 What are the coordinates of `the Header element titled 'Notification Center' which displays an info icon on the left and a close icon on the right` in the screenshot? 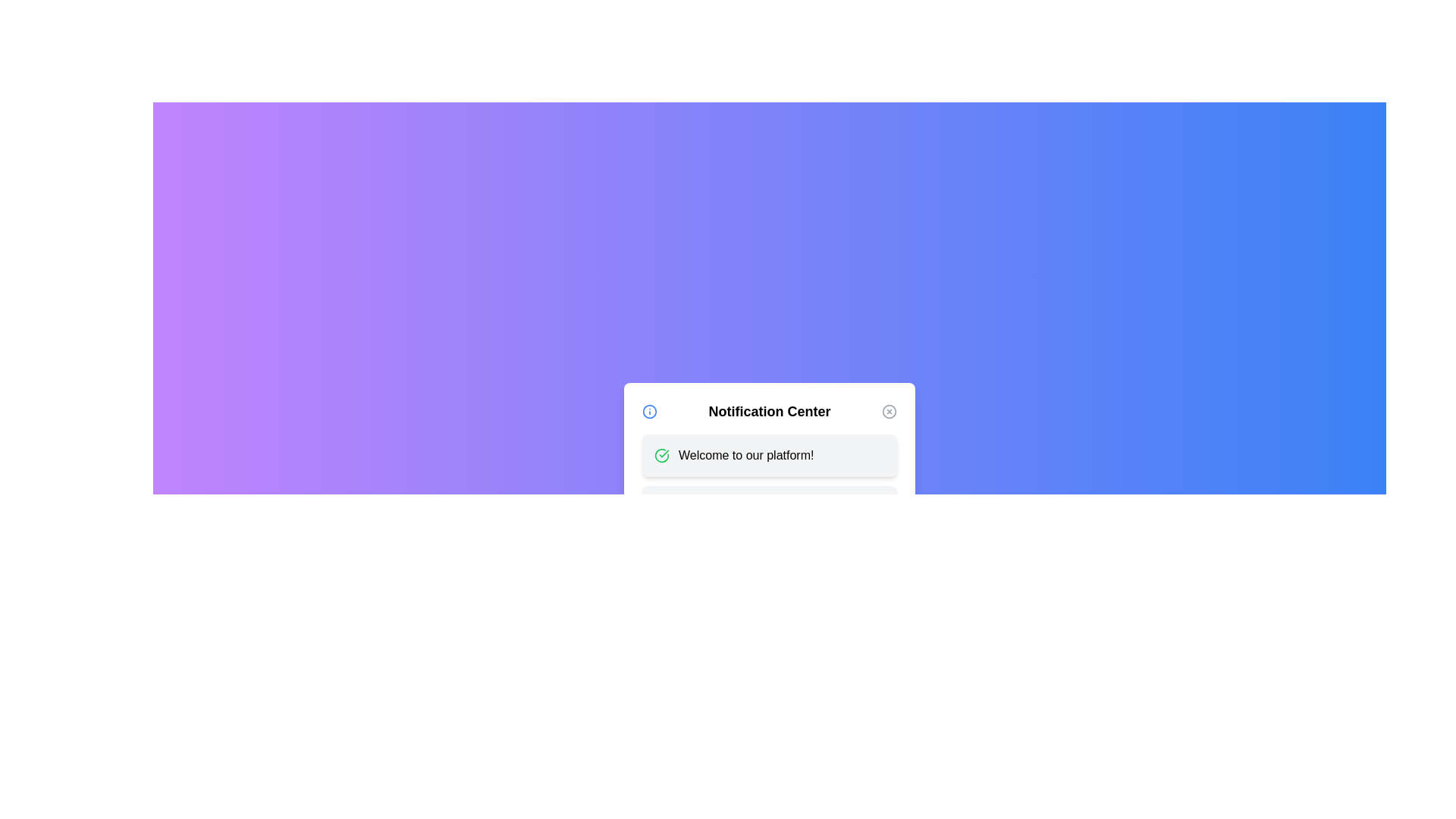 It's located at (769, 412).